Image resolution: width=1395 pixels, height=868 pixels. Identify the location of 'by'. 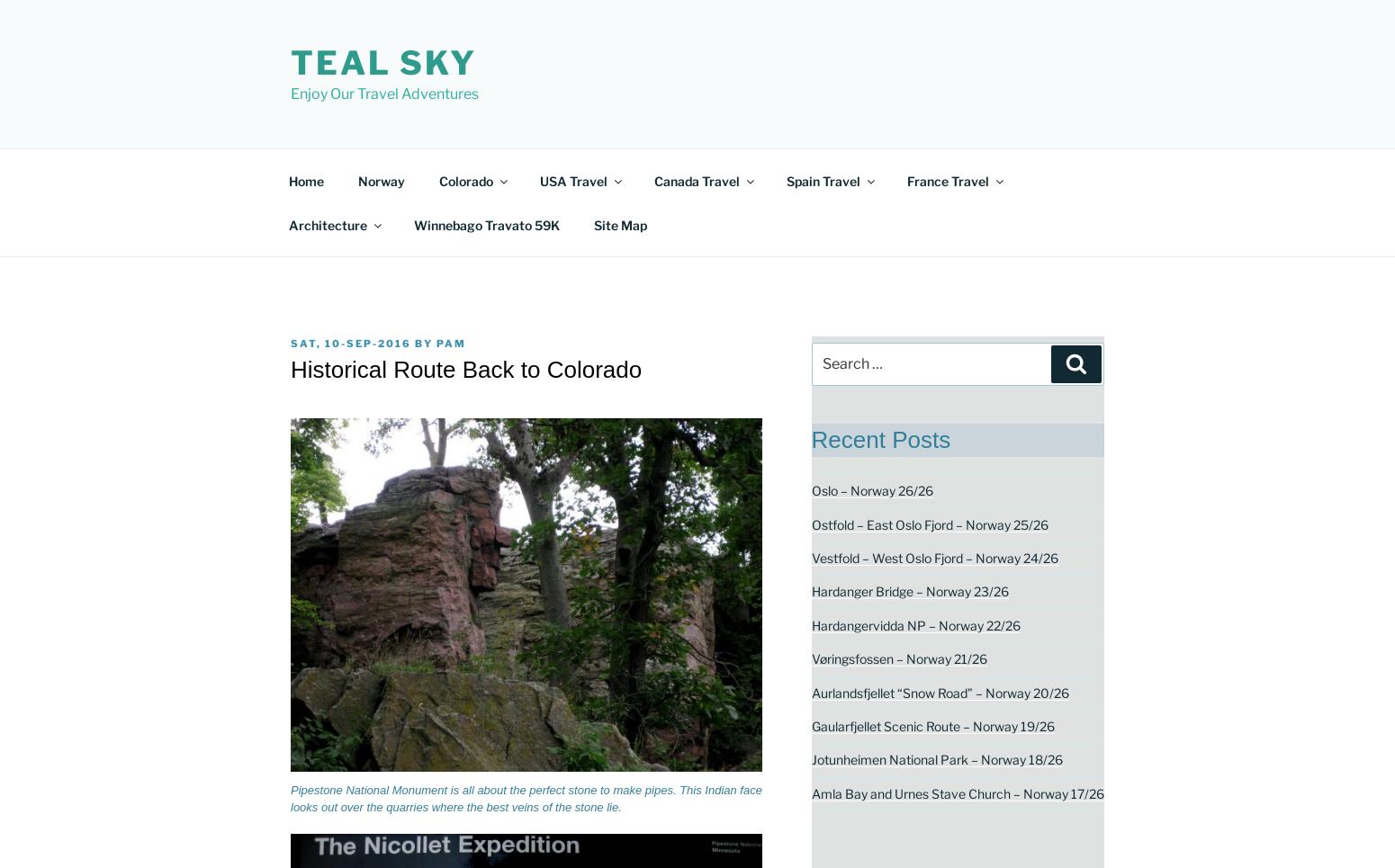
(423, 343).